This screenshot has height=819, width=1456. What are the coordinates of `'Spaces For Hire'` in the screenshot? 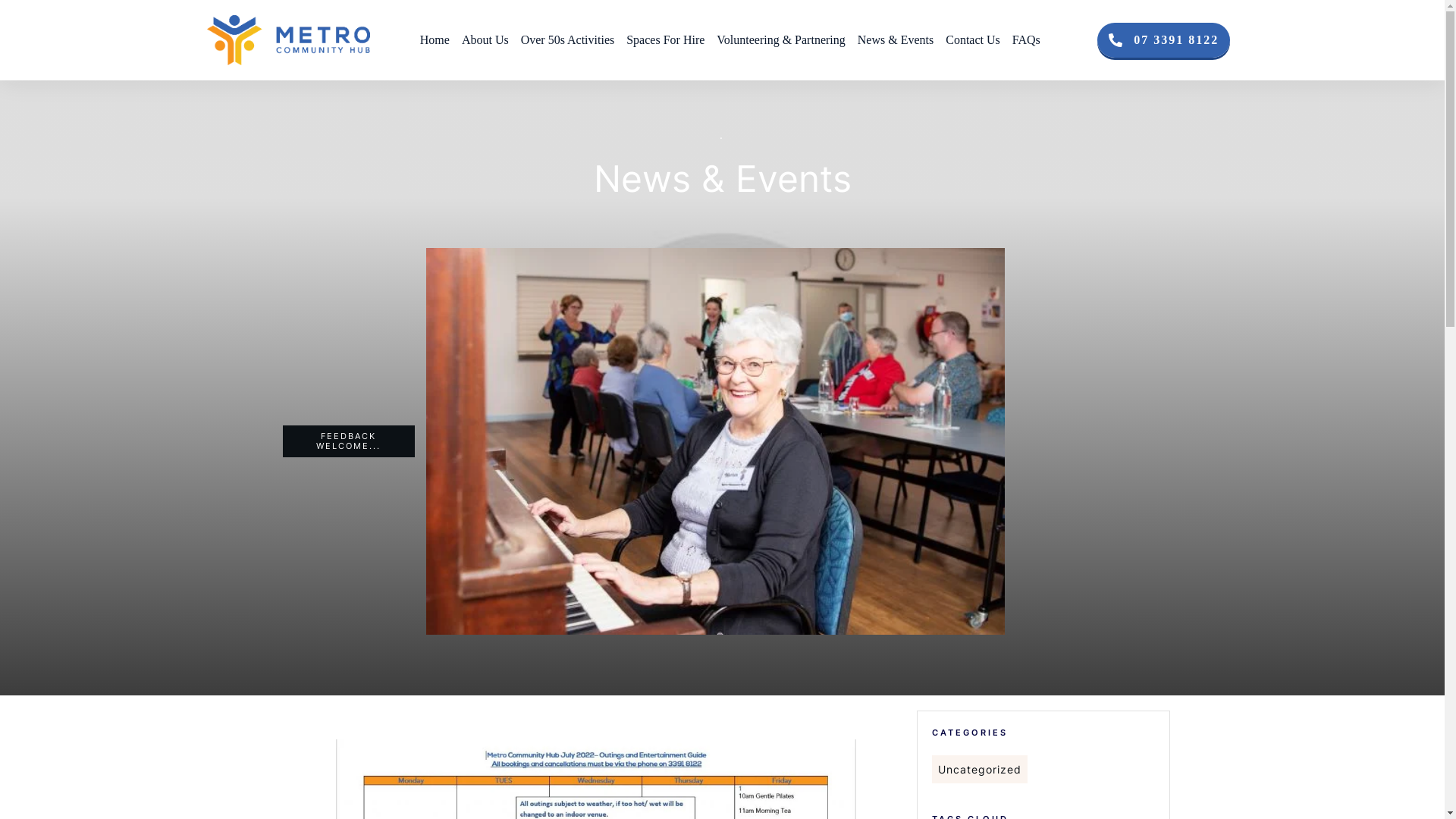 It's located at (665, 39).